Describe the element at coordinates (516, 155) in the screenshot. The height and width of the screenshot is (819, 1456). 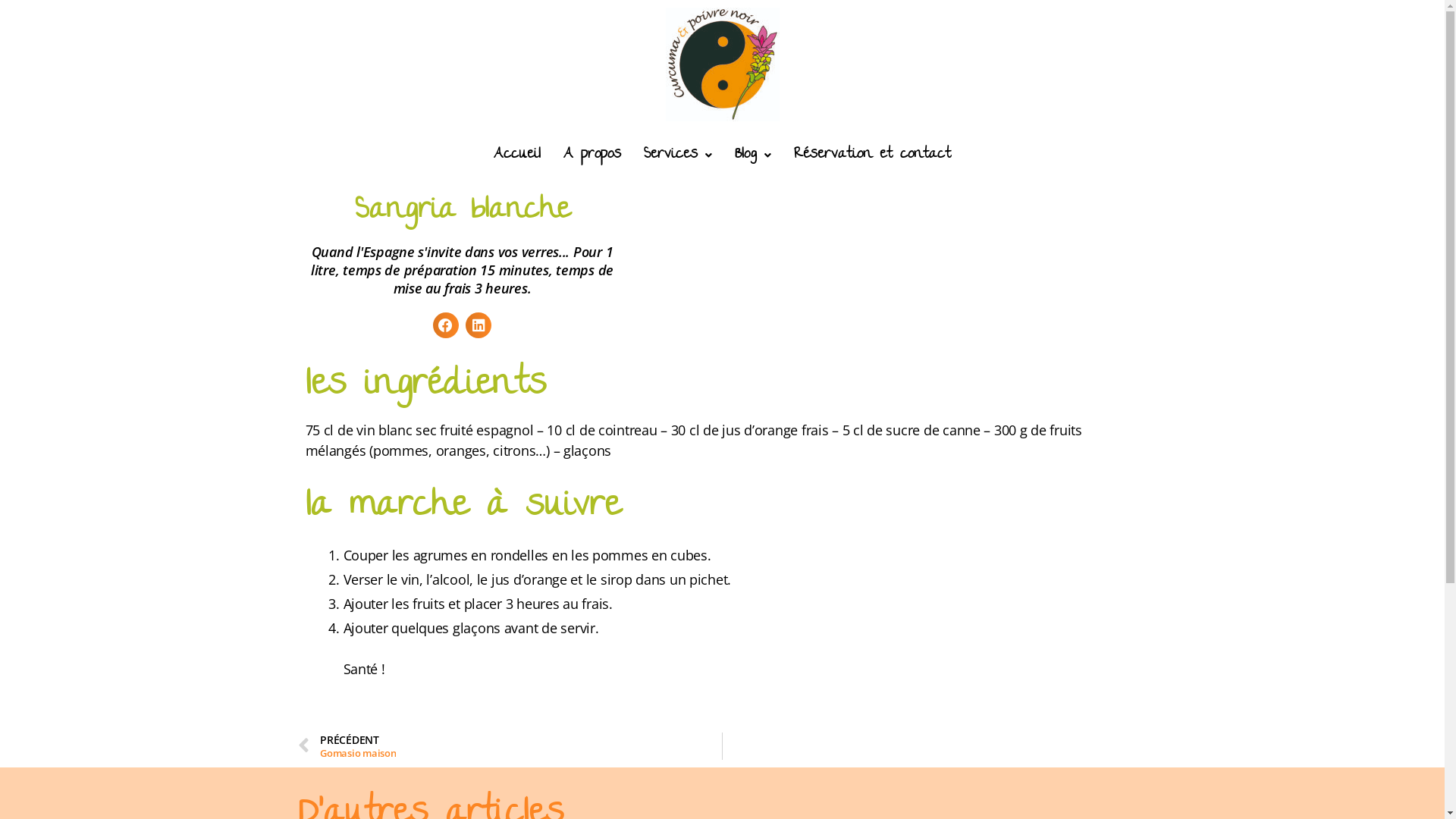
I see `'Accueil'` at that location.